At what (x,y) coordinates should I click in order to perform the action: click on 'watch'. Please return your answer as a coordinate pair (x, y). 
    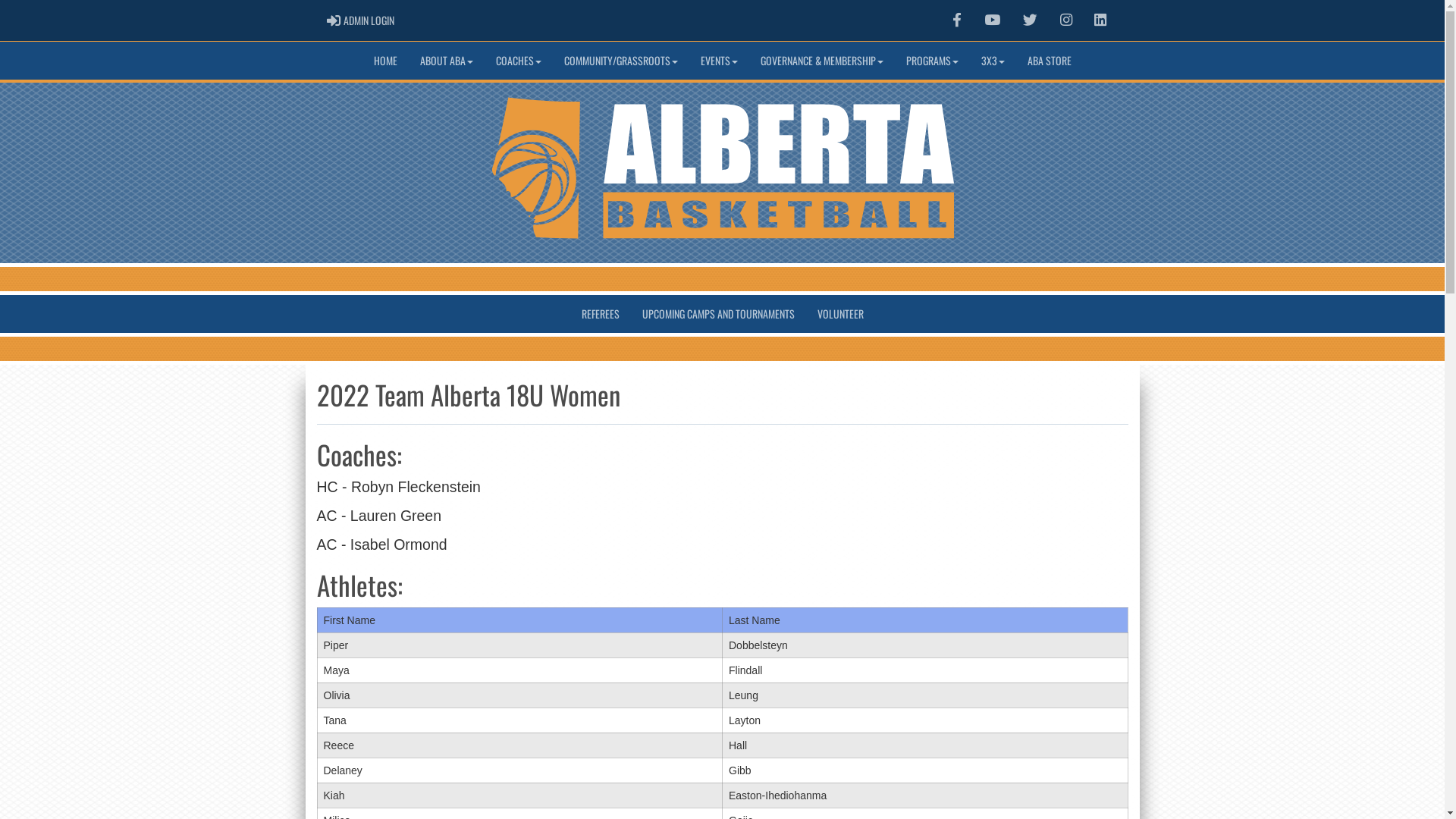
    Looking at the image, I should click on (984, 20).